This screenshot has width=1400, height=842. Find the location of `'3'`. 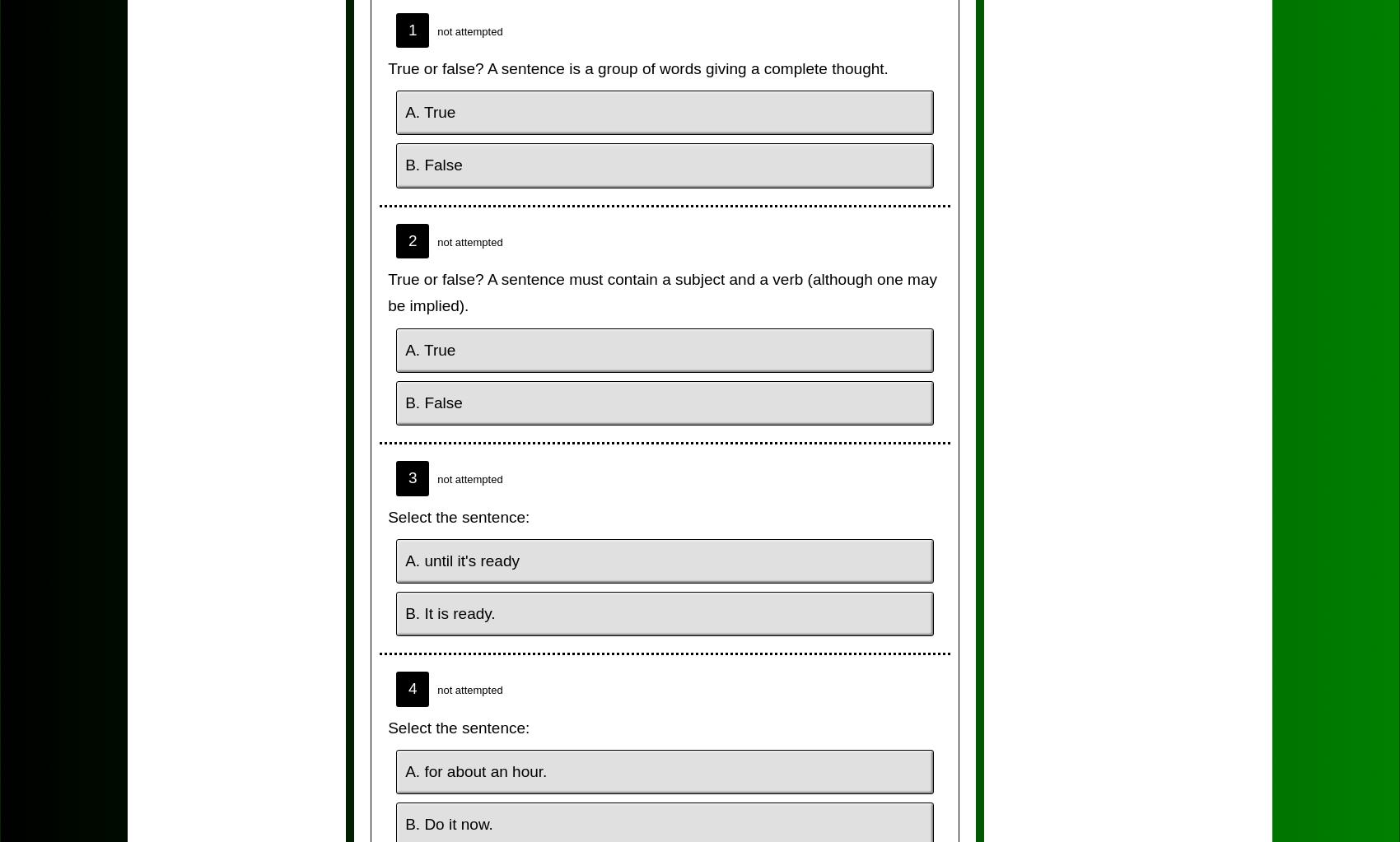

'3' is located at coordinates (412, 477).